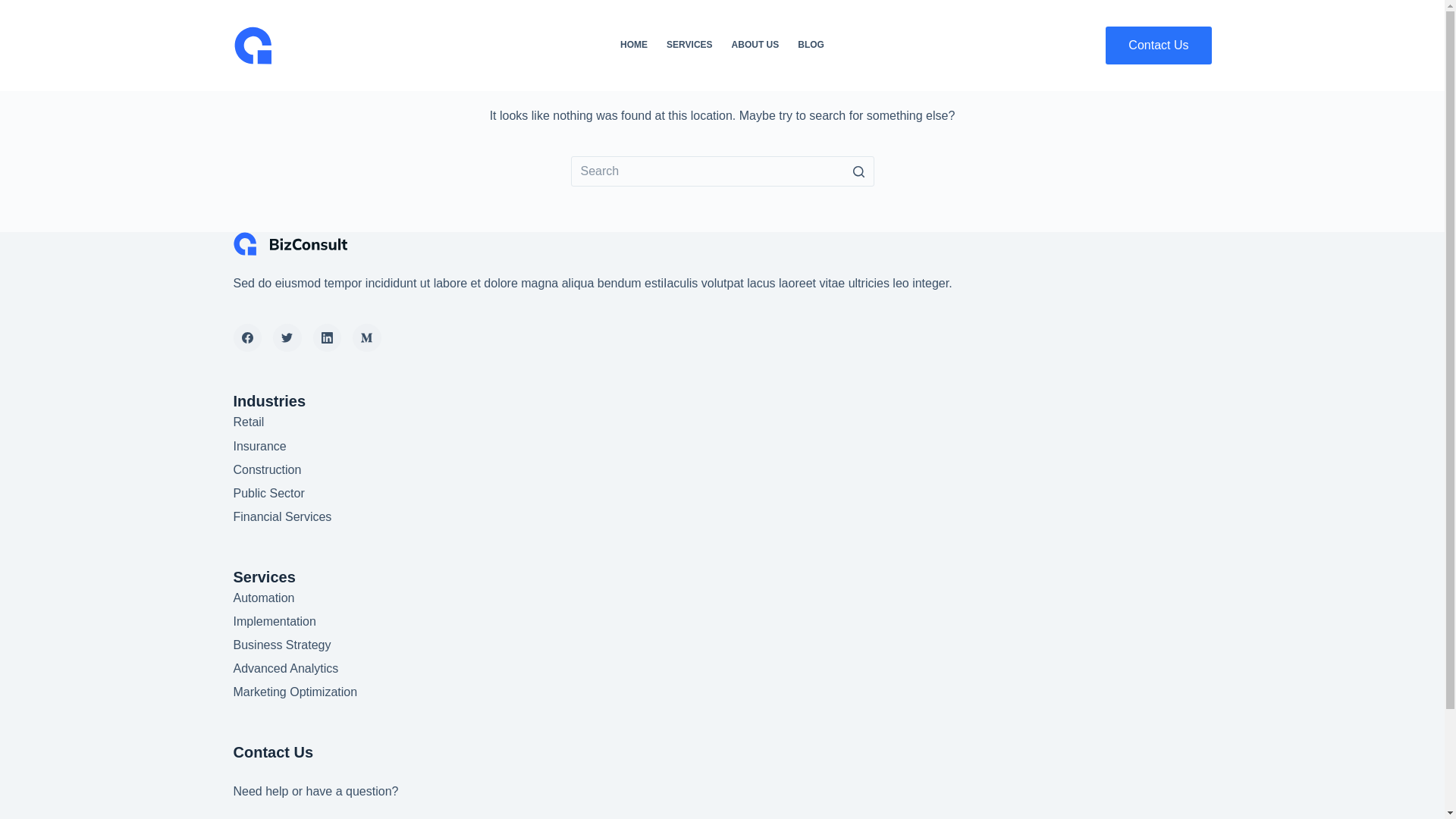 The height and width of the screenshot is (819, 1456). I want to click on 'Implementation', so click(275, 621).